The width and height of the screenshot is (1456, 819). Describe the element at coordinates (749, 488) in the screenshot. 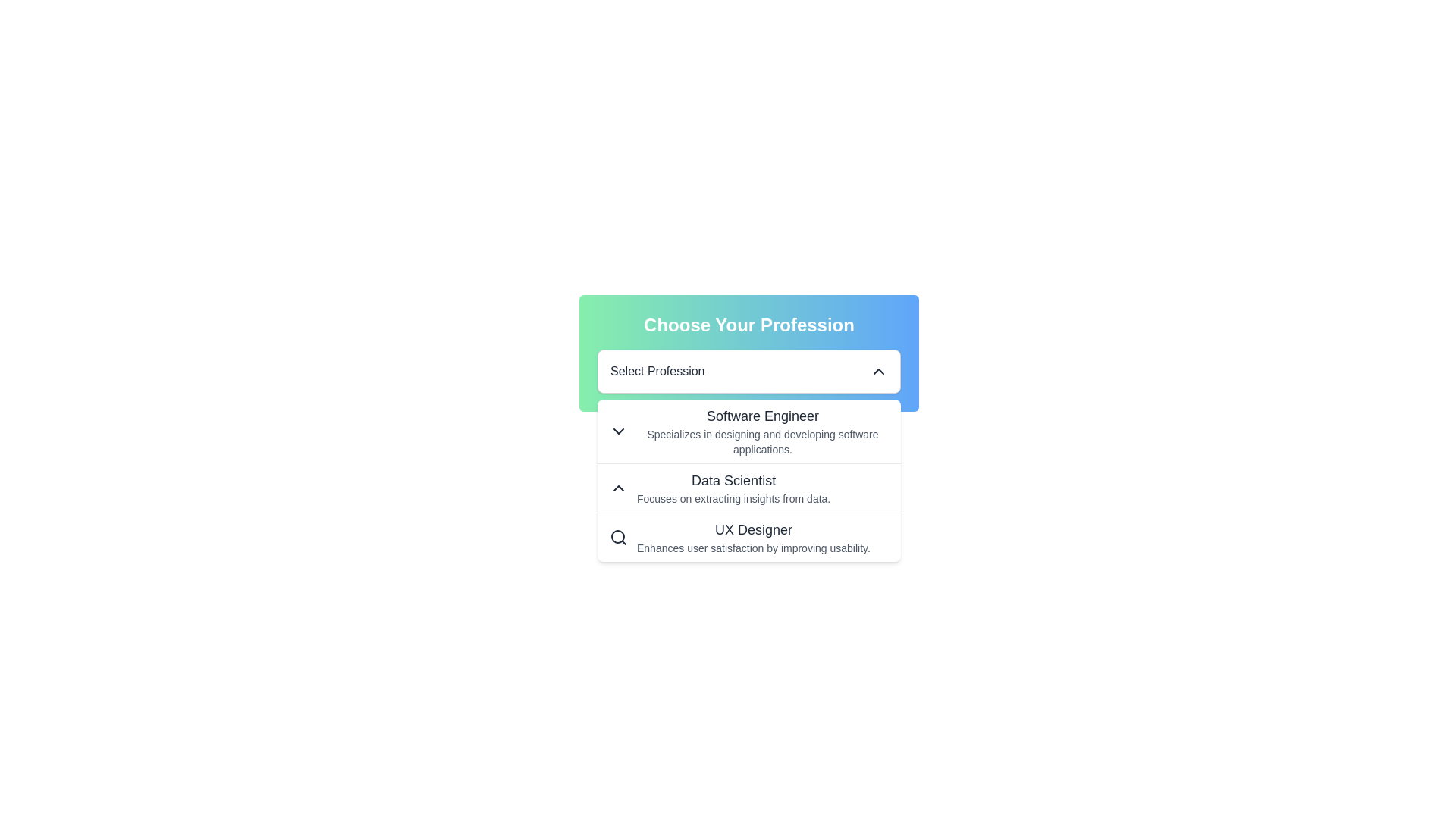

I see `the 'Data Scientist' option in the dropdown menu, which is the second item in the list between 'Software Engineer' and 'UX Designer'` at that location.